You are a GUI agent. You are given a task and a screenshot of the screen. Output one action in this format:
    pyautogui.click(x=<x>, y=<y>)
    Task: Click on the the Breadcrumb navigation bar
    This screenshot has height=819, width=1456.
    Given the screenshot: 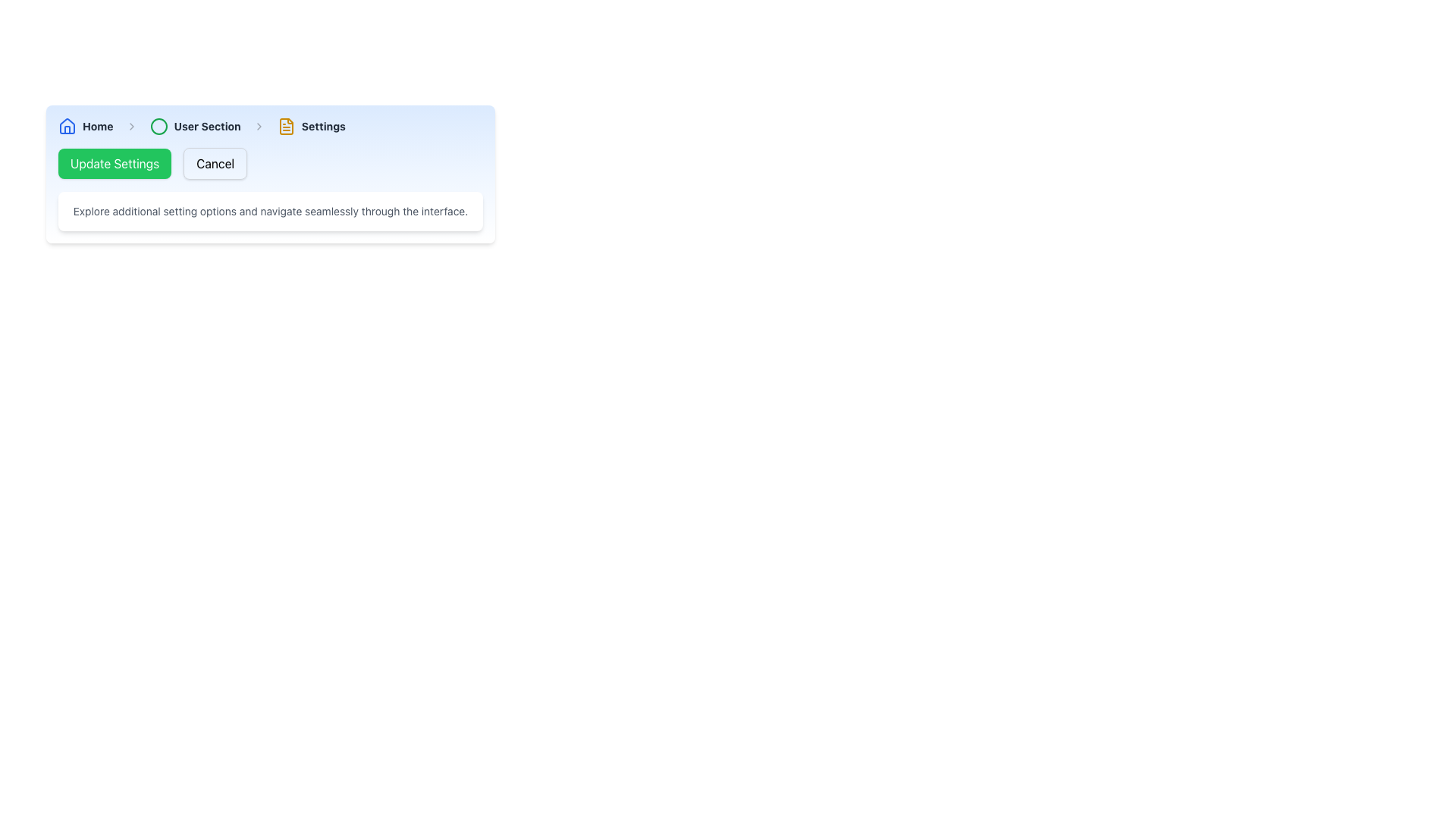 What is the action you would take?
    pyautogui.click(x=270, y=125)
    